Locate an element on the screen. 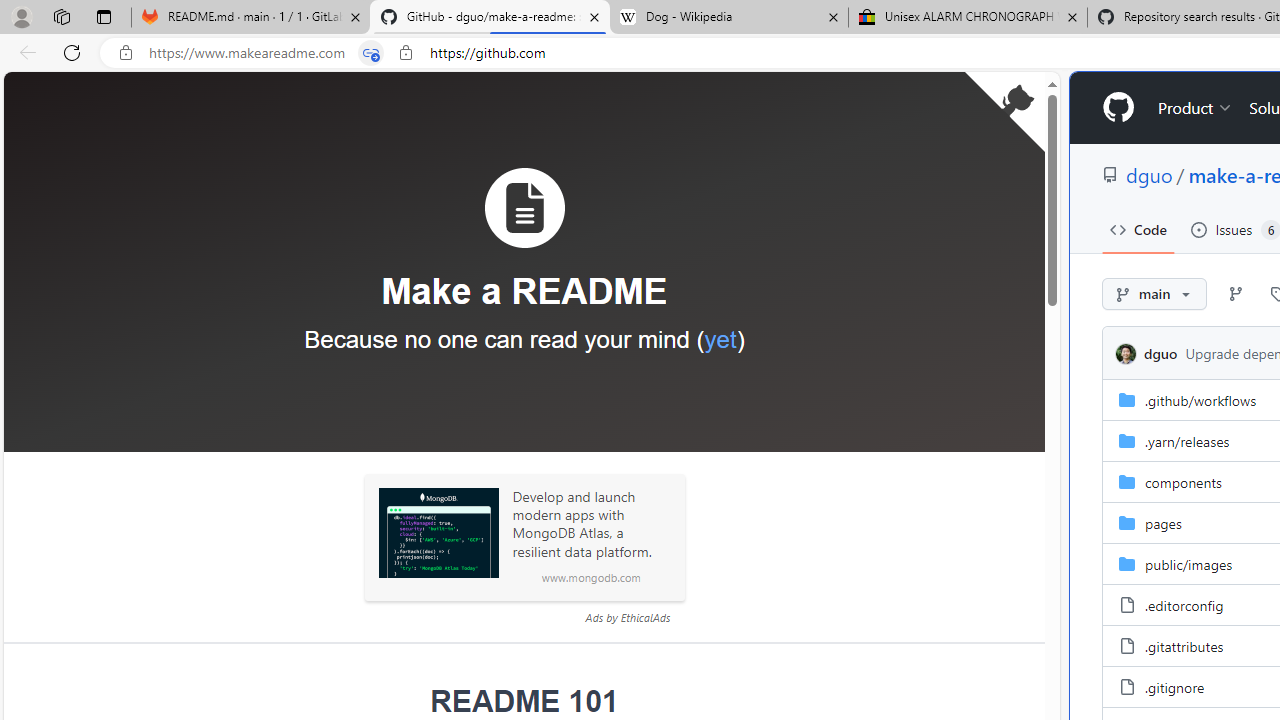 The width and height of the screenshot is (1280, 720). '.gitattributes, (File)' is located at coordinates (1184, 645).